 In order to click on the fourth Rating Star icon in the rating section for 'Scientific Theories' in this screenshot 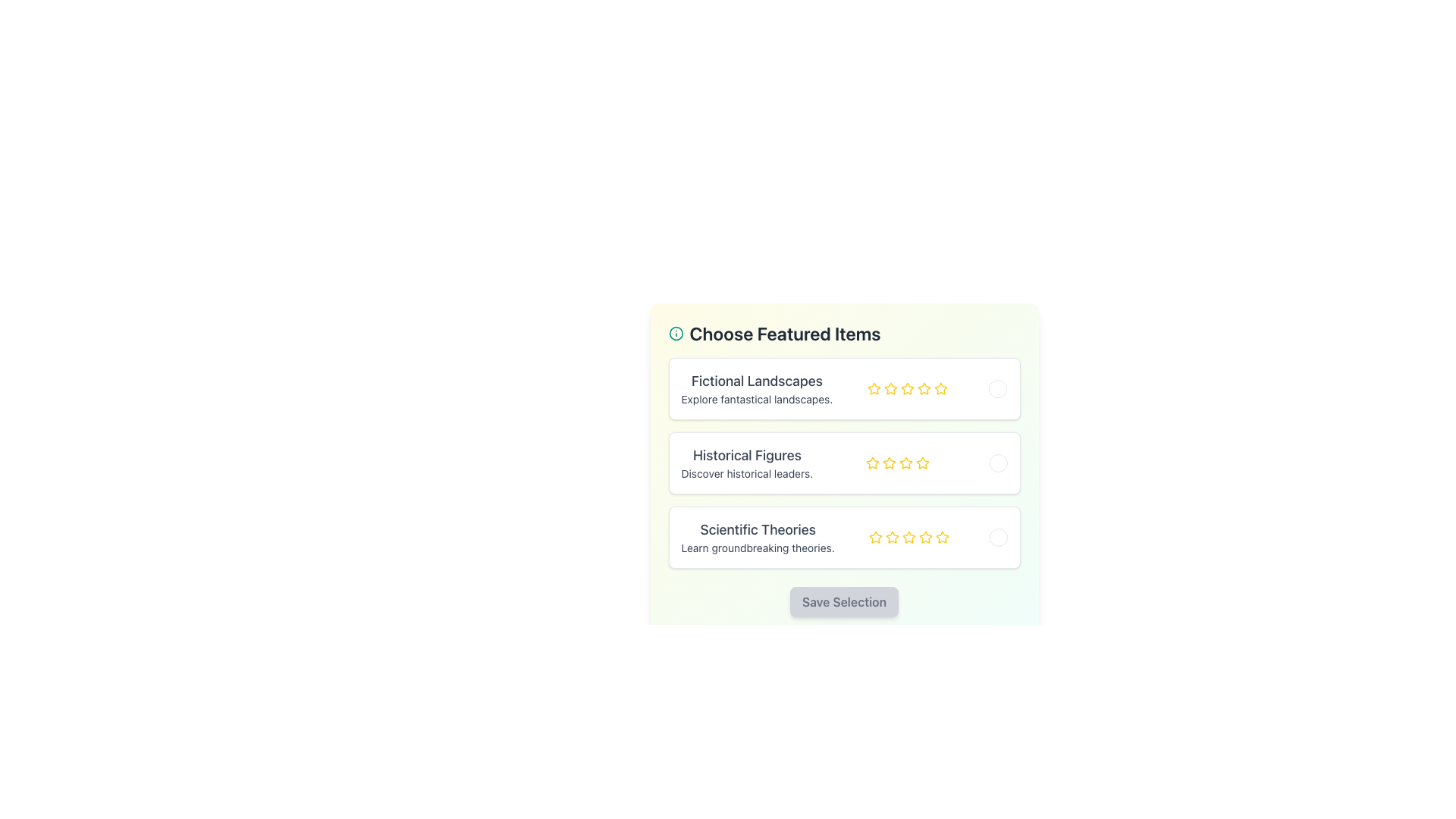, I will do `click(908, 537)`.